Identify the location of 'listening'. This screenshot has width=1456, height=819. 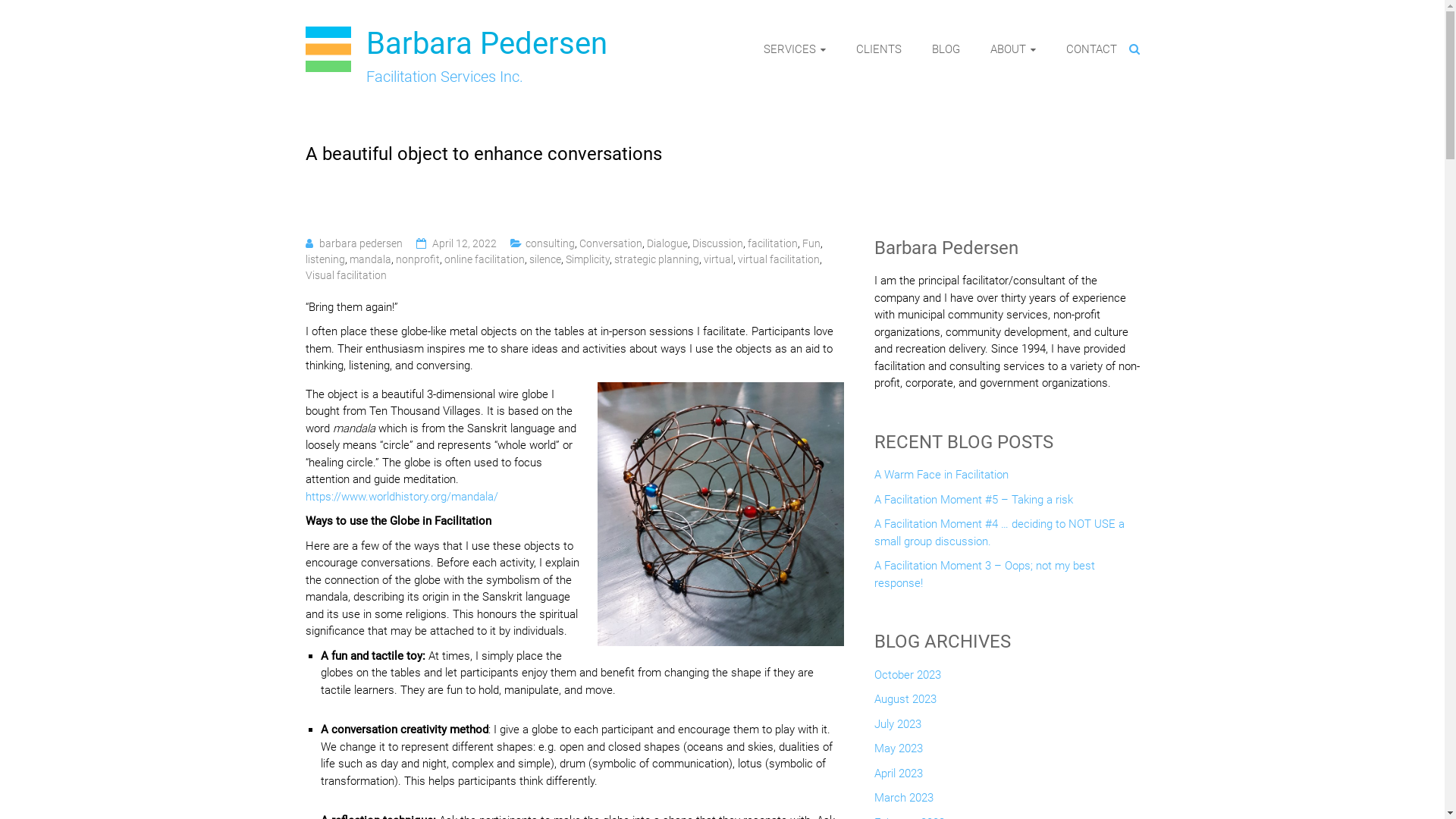
(304, 259).